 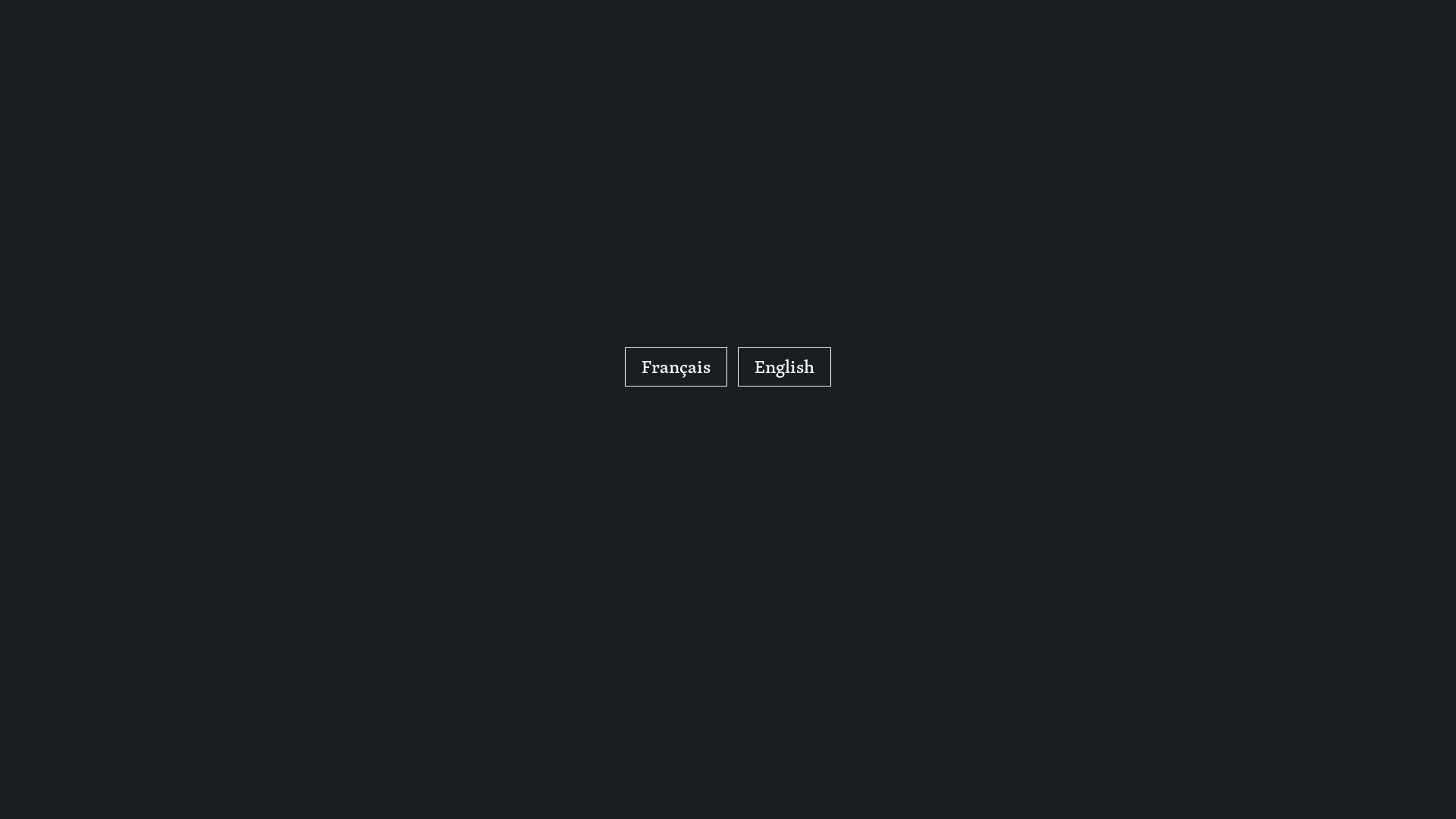 What do you see at coordinates (784, 366) in the screenshot?
I see `'English'` at bounding box center [784, 366].